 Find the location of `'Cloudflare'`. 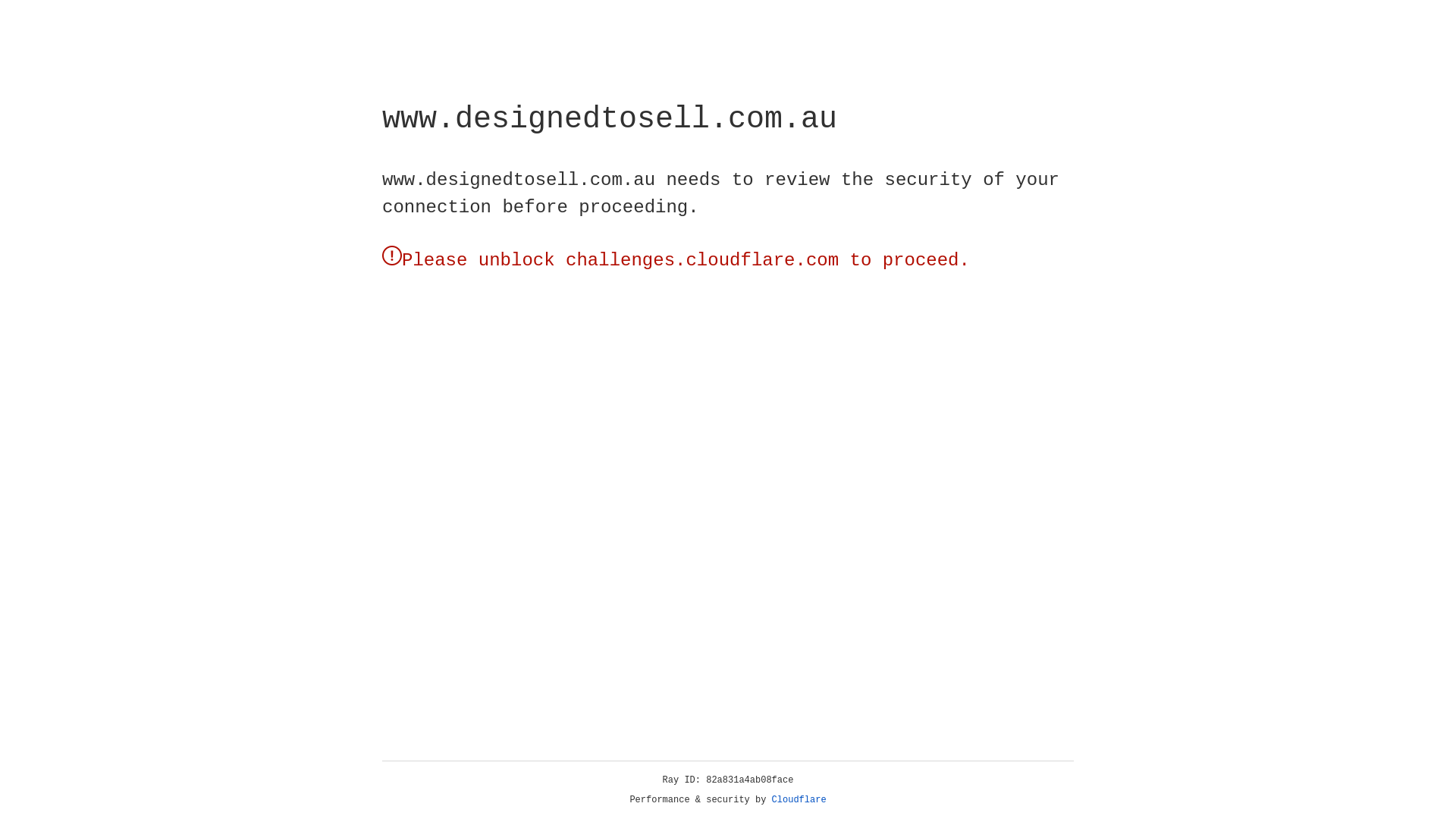

'Cloudflare' is located at coordinates (799, 799).